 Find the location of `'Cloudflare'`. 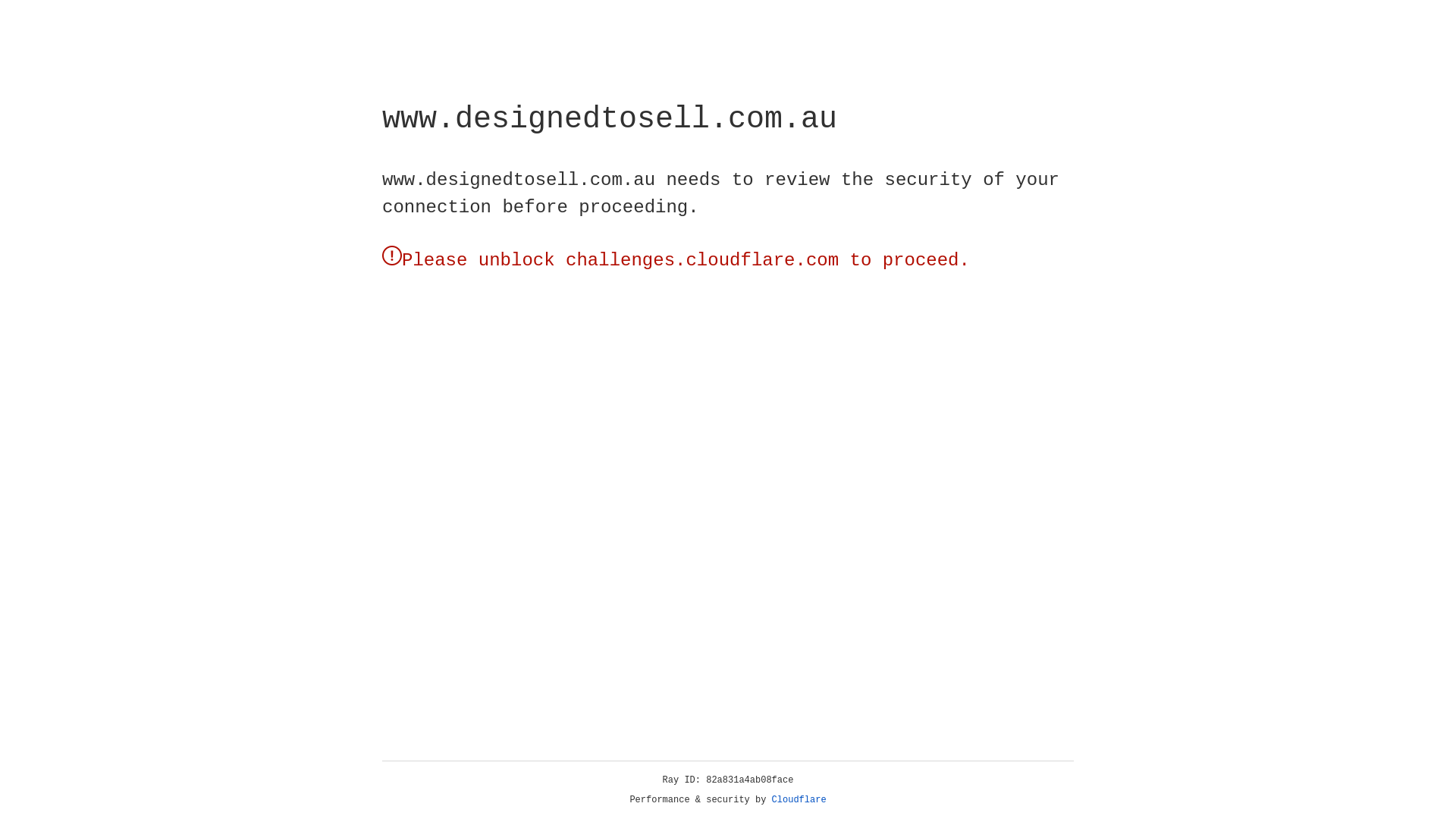

'Cloudflare' is located at coordinates (799, 799).